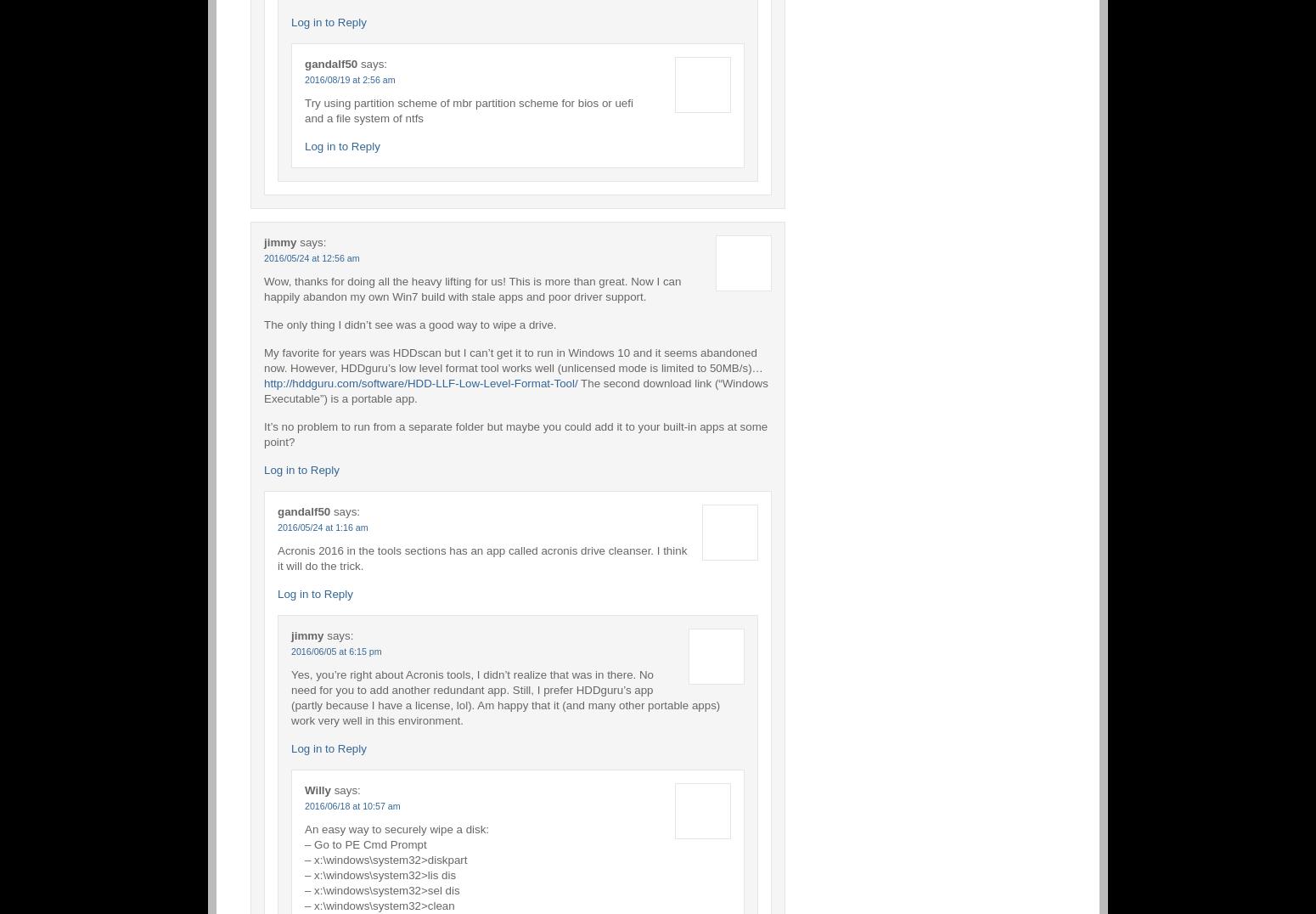  What do you see at coordinates (290, 696) in the screenshot?
I see `'Yes, you’re right about Acronis tools, I didn’t realize that was in there.  No need for you to add another redundant app.  Still, I prefer HDDguru’s app (partly because I have a license, lol).  Am happy that it (and many other portable apps) work very well in this environment.'` at bounding box center [290, 696].